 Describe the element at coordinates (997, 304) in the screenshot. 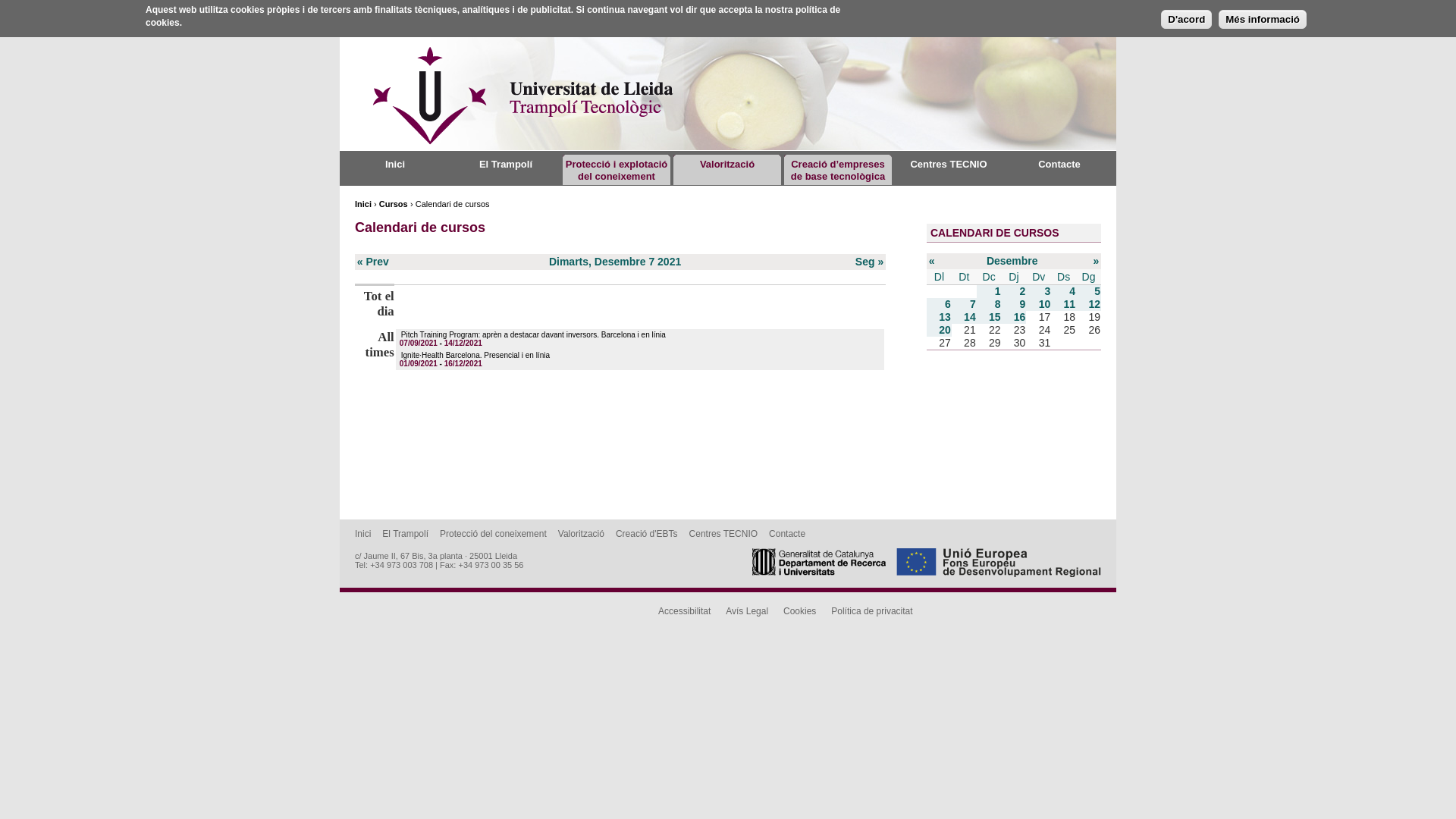

I see `'8'` at that location.